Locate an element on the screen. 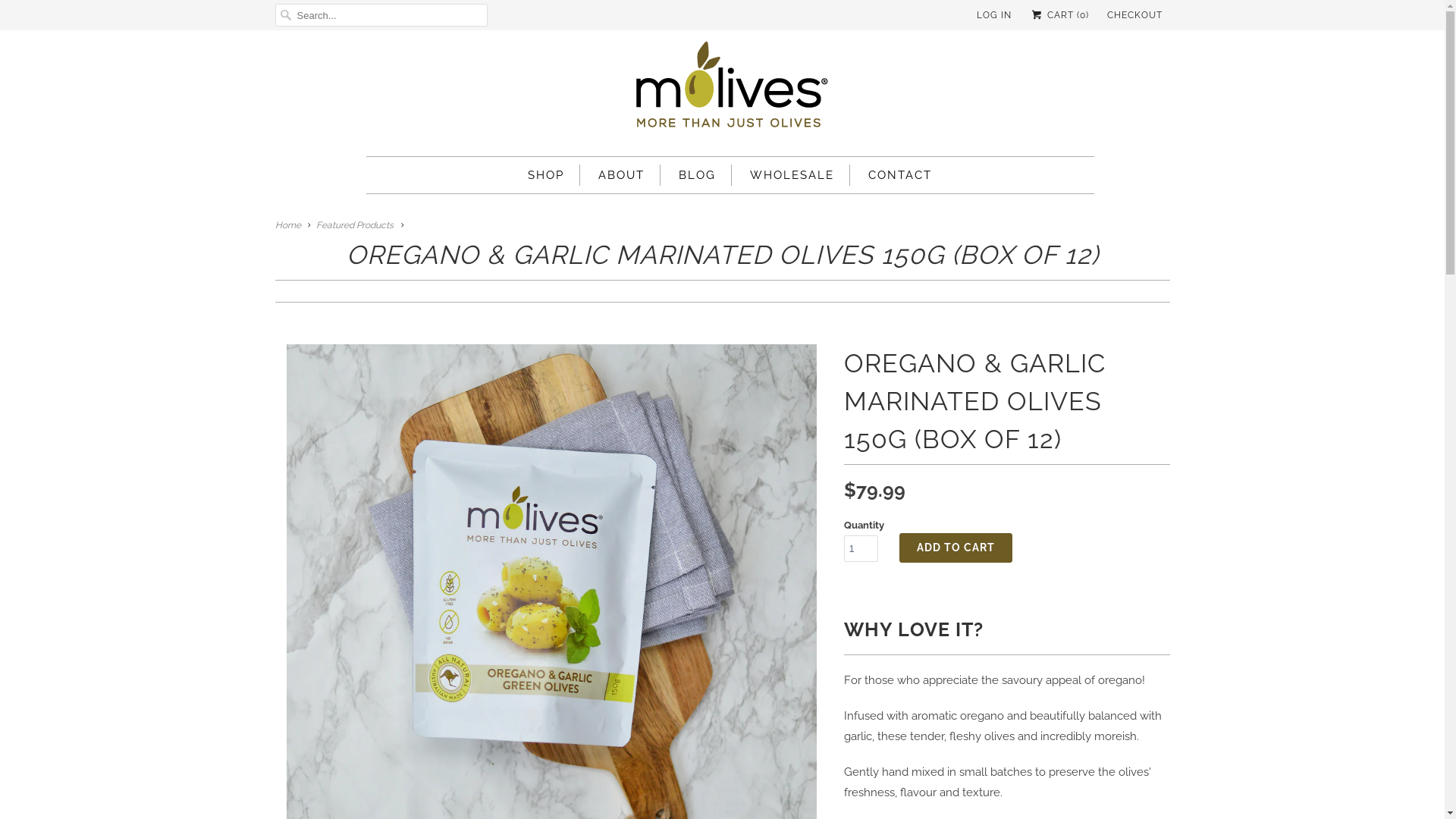  'Featured Products' is located at coordinates (354, 225).